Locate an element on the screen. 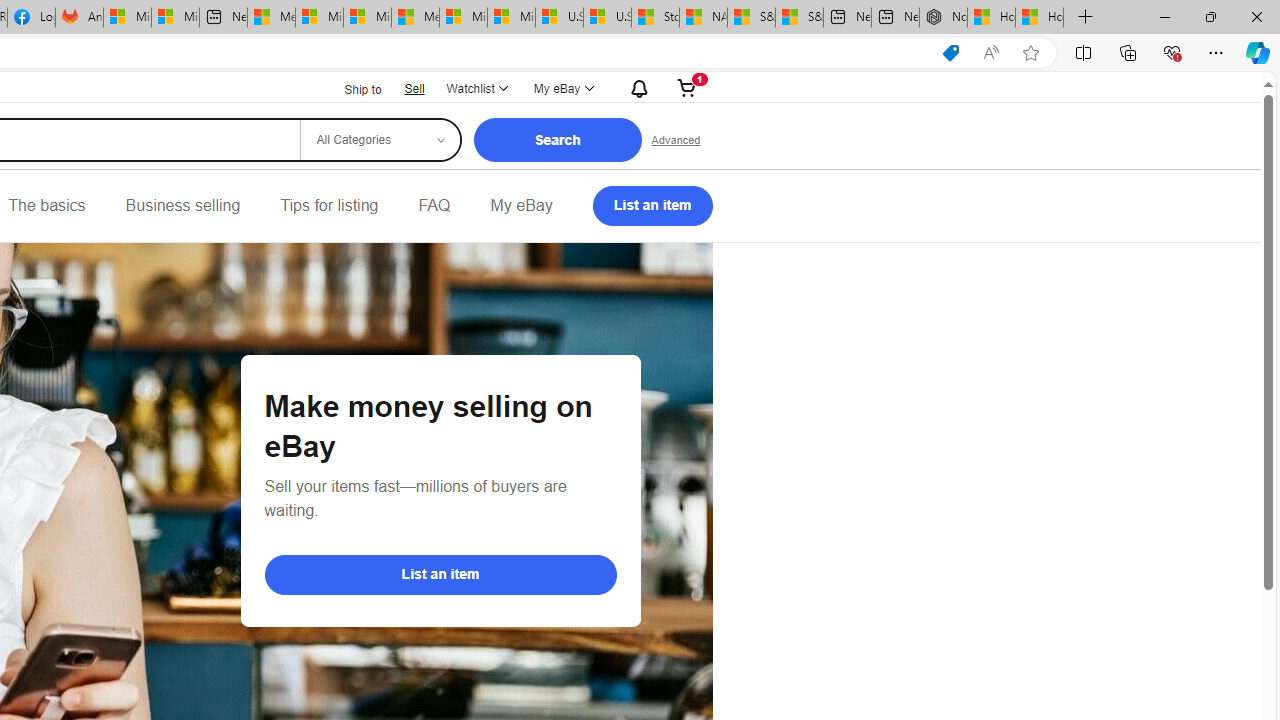  'Business selling' is located at coordinates (183, 205).